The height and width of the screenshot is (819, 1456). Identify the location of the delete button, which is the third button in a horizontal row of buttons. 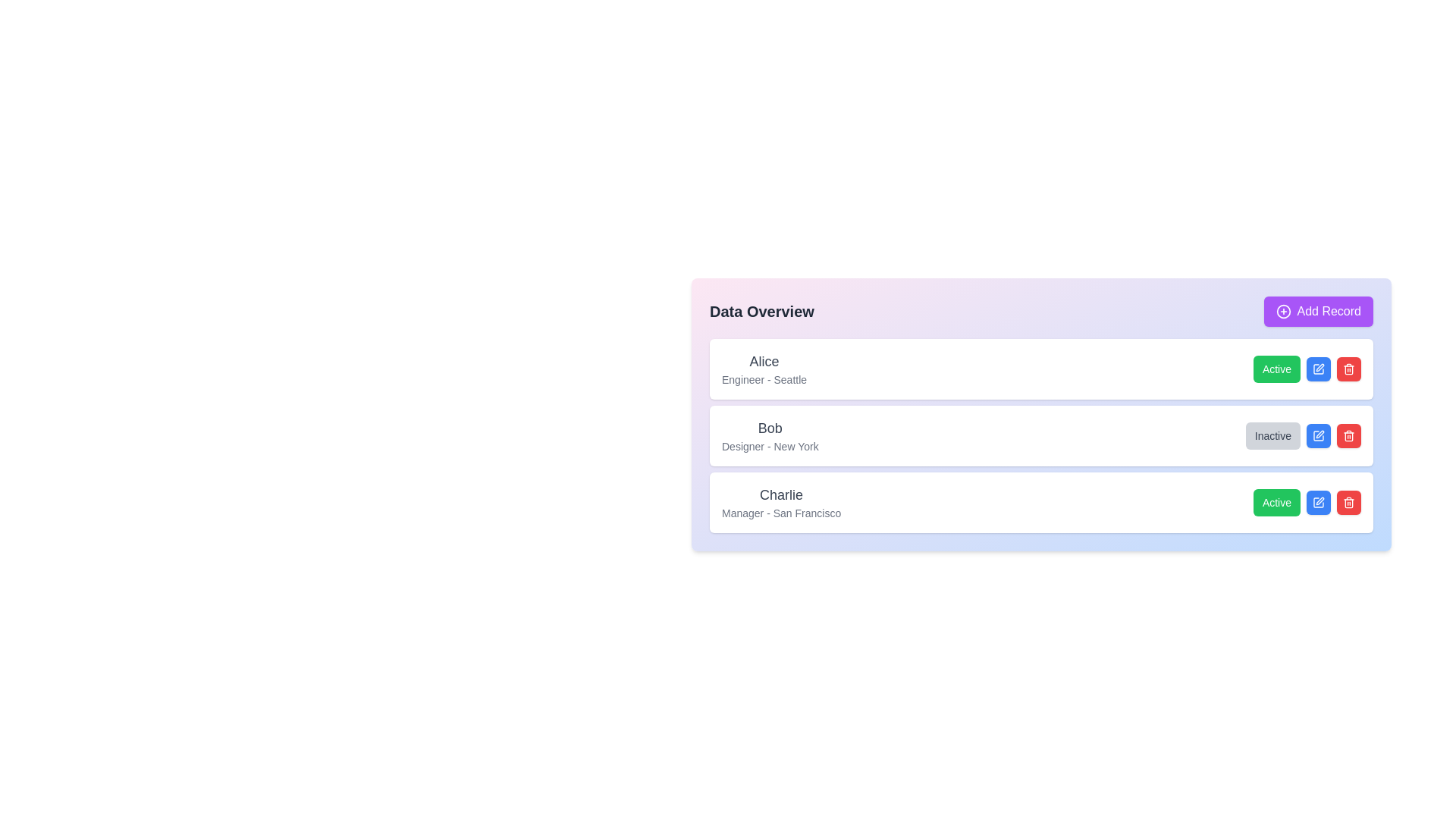
(1349, 369).